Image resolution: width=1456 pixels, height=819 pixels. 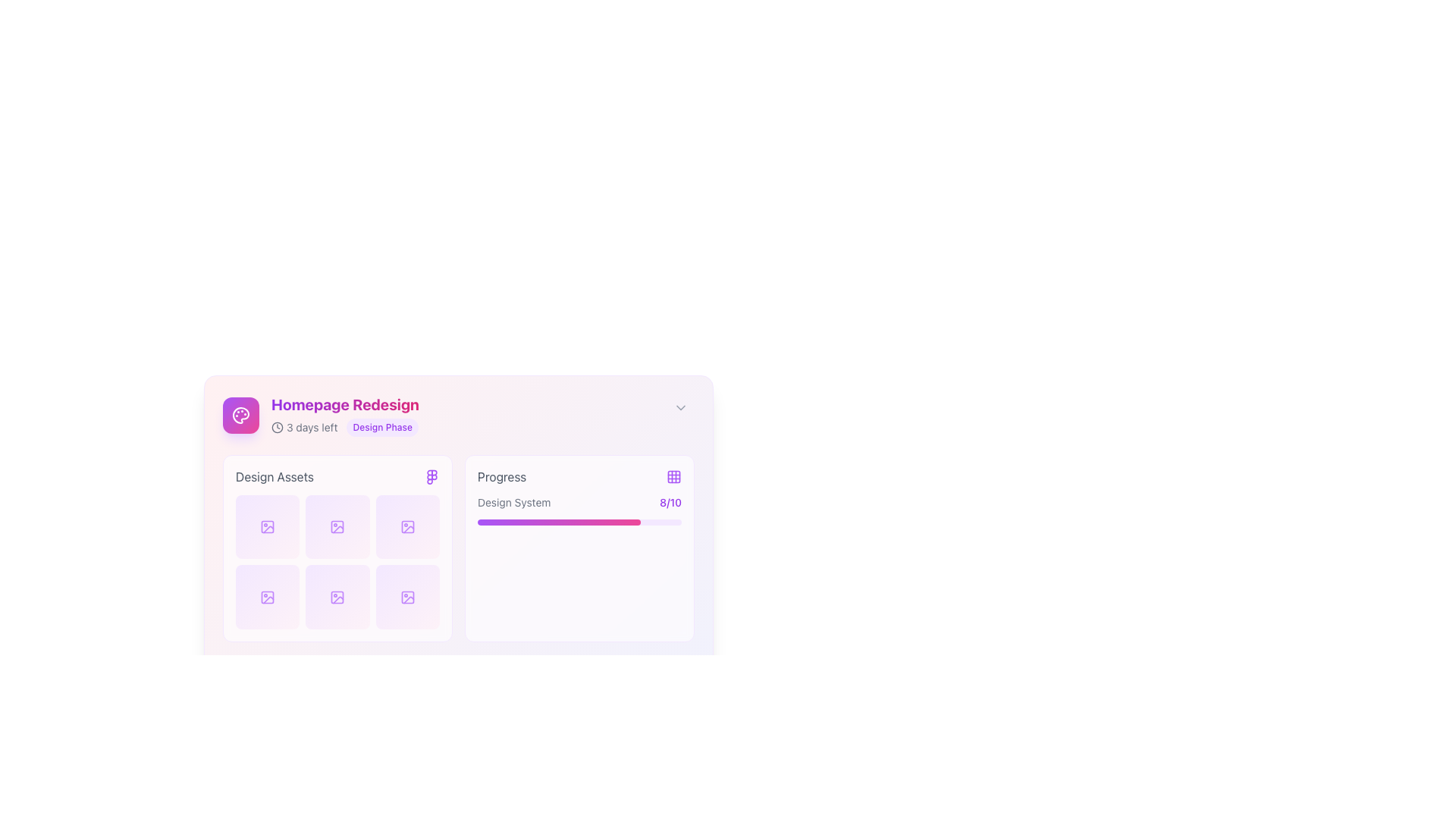 What do you see at coordinates (558, 522) in the screenshot?
I see `the filled portion of the progress bar indicating 80% completion under the 'Progress' heading in the 'Homepage Redesign' section` at bounding box center [558, 522].